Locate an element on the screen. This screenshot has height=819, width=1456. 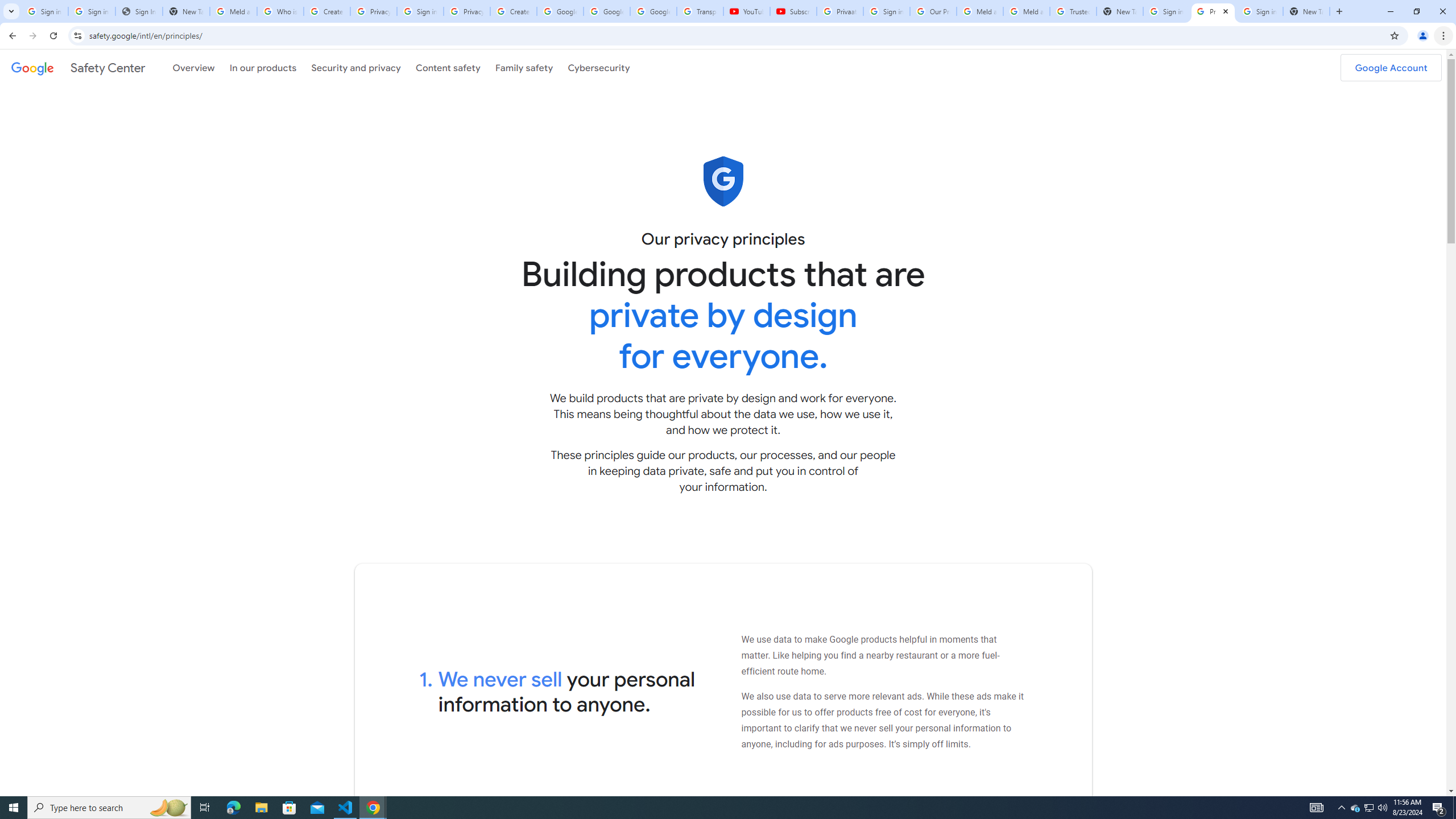
'Cybersecurity' is located at coordinates (598, 67).